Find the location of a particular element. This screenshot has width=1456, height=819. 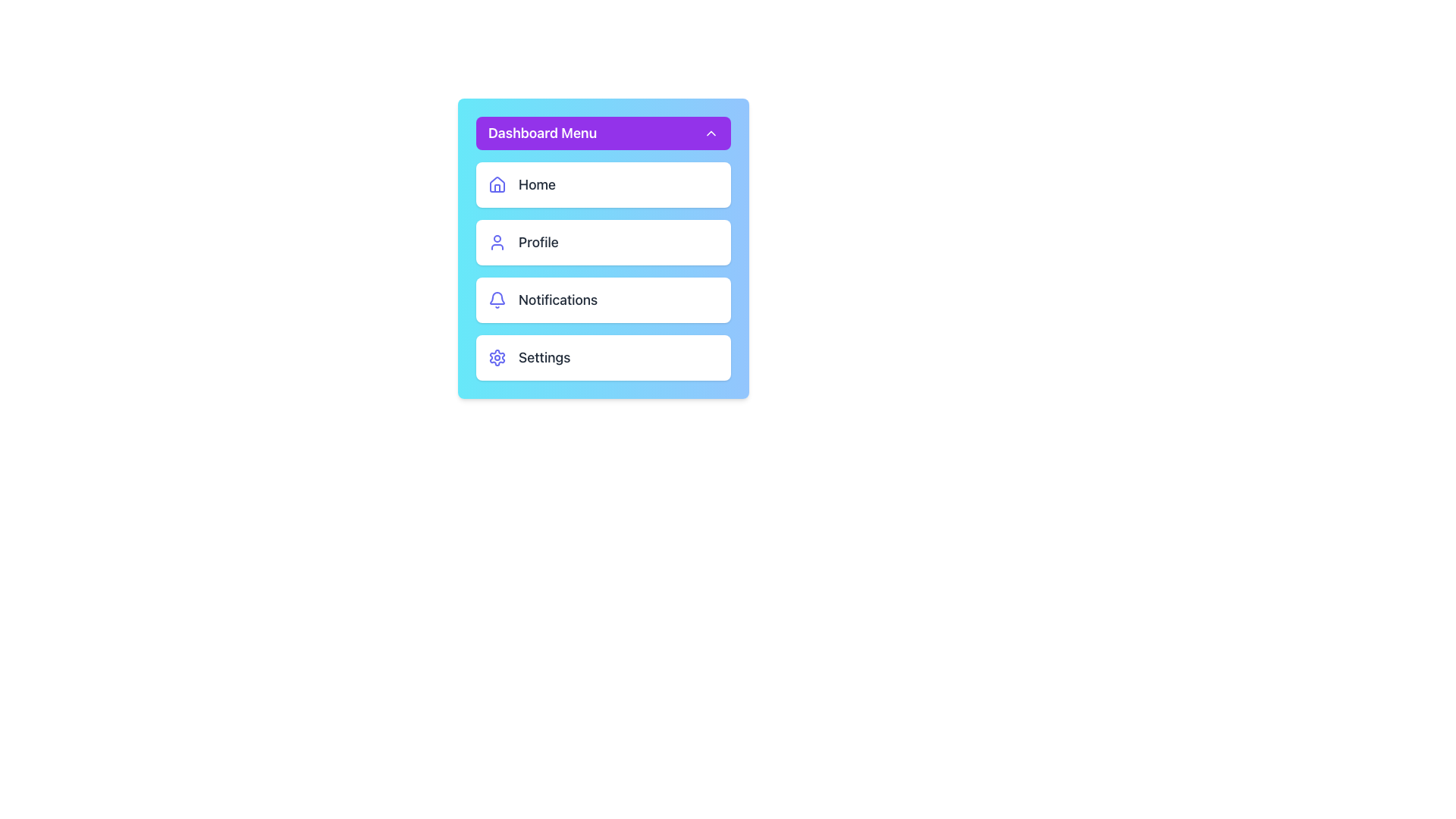

the chevron icon on the right side of the purple 'Dashboard Menu' bar is located at coordinates (710, 133).